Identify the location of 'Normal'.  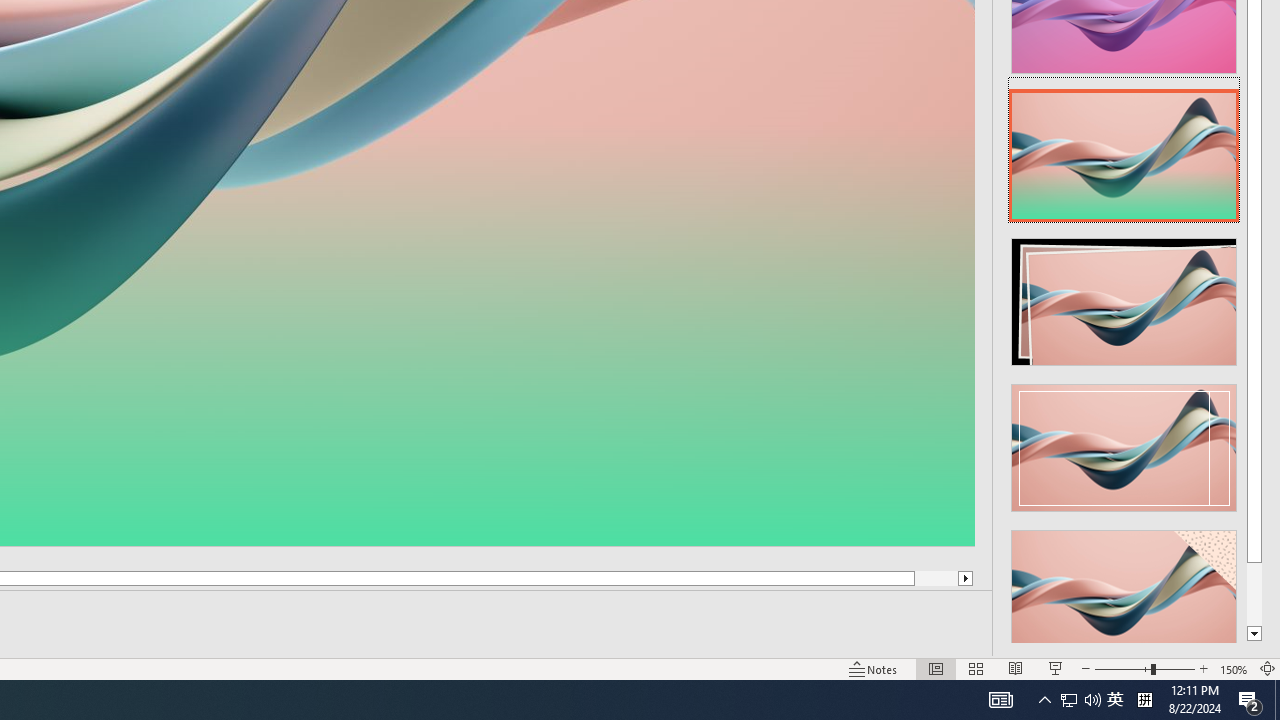
(935, 669).